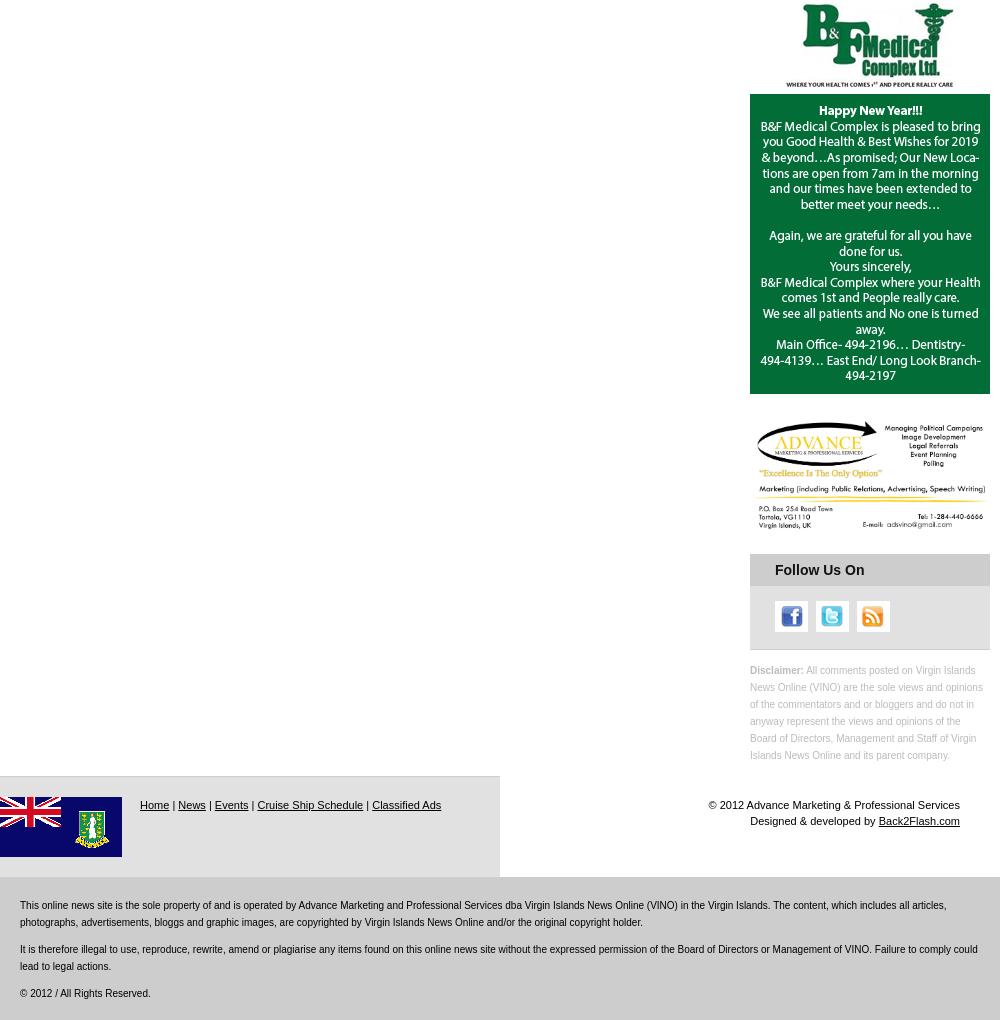 Image resolution: width=1000 pixels, height=1020 pixels. Describe the element at coordinates (482, 913) in the screenshot. I see `'This online news site is the sole property of and is operated by Advance Marketing and Professional Services dba Virgin Islands News Online (VINO) in the Virgin Islands. The content, which includes all articles, photographs, advertisements, bloggs and graphic images, are copyrighted by Virgin Islands News Online and/or the original copyright holder.'` at that location.